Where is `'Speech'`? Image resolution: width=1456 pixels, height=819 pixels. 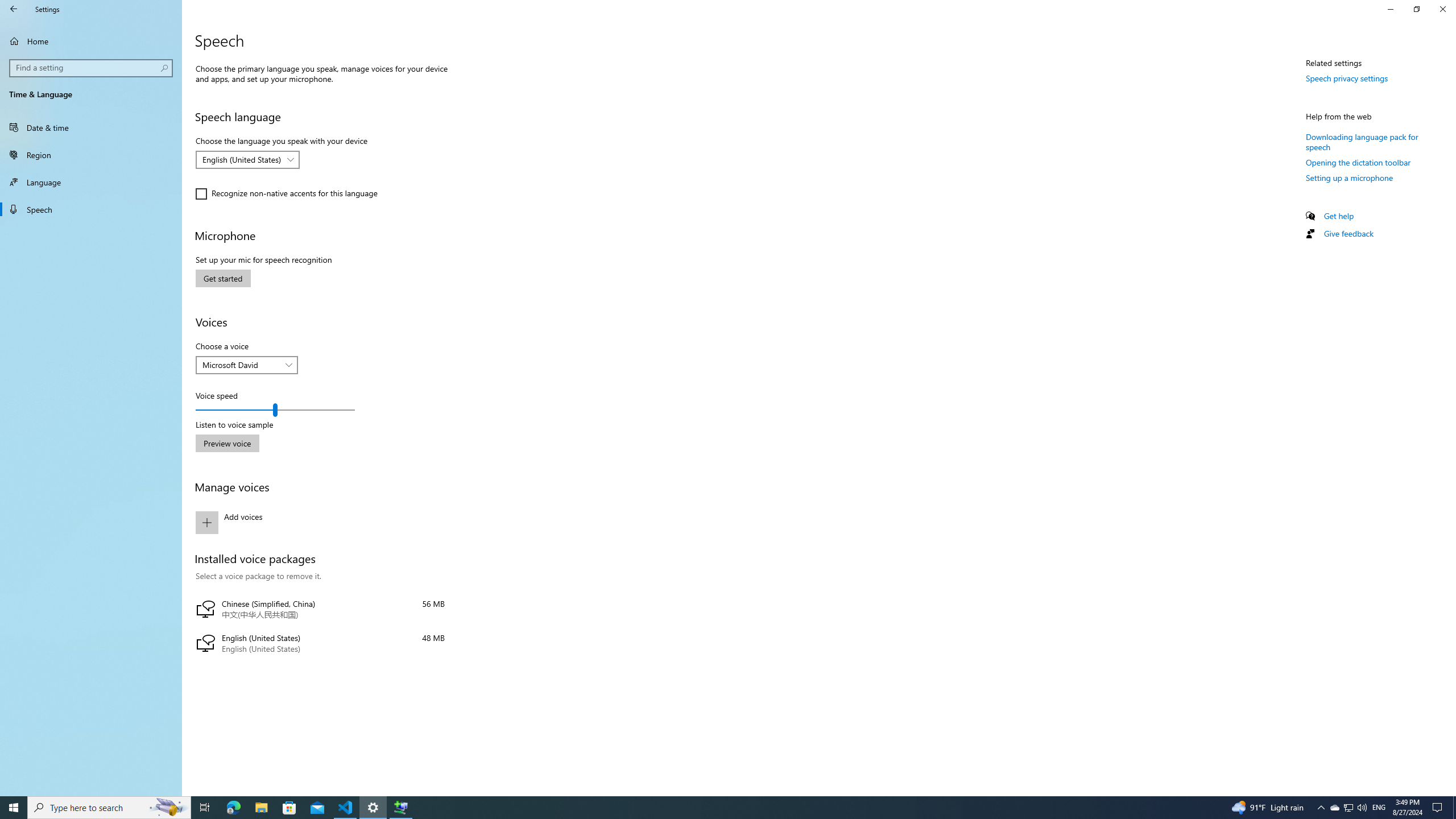 'Speech' is located at coordinates (90, 209).